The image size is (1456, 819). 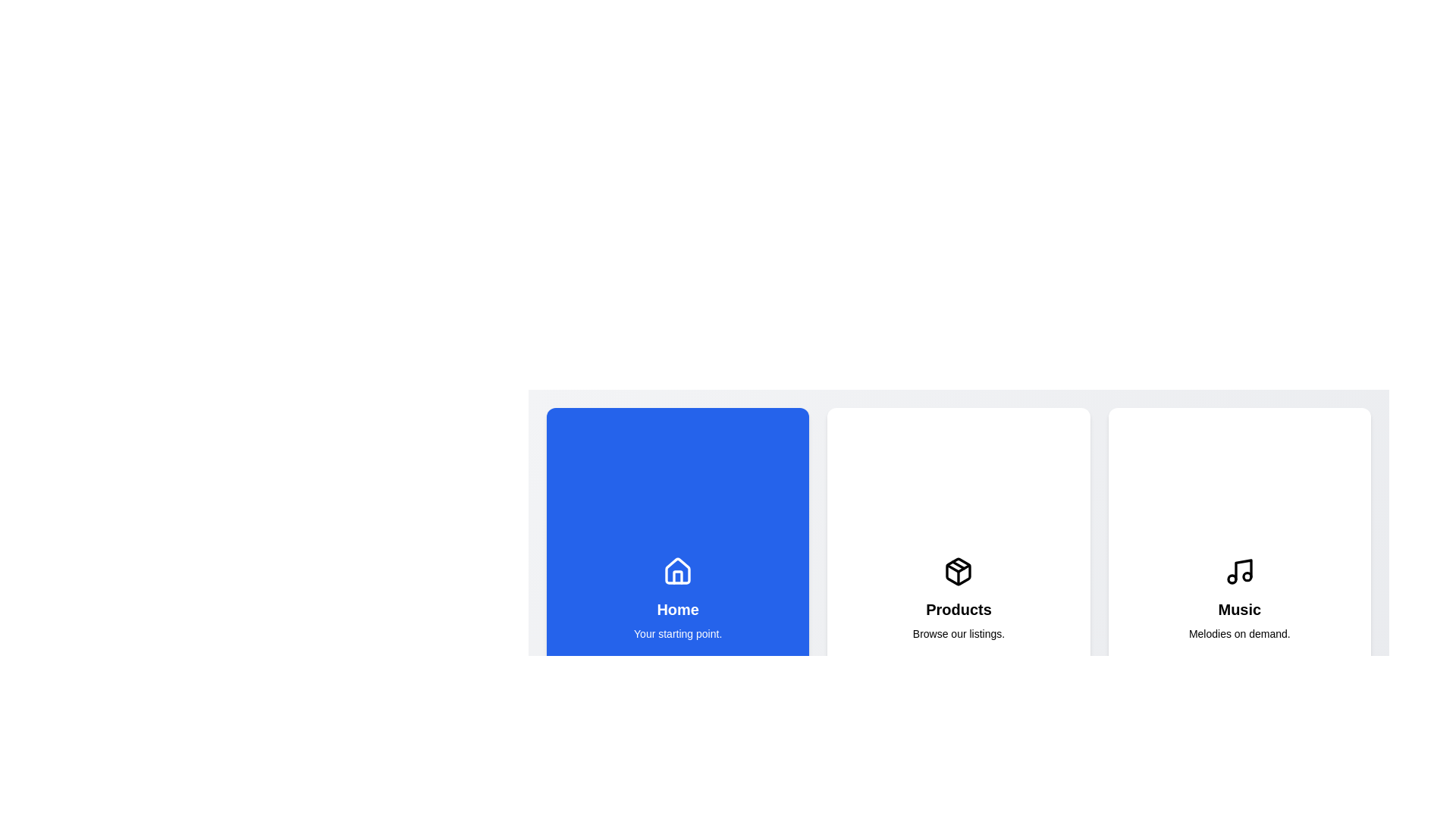 I want to click on the button corresponding to the music section, so click(x=1238, y=598).